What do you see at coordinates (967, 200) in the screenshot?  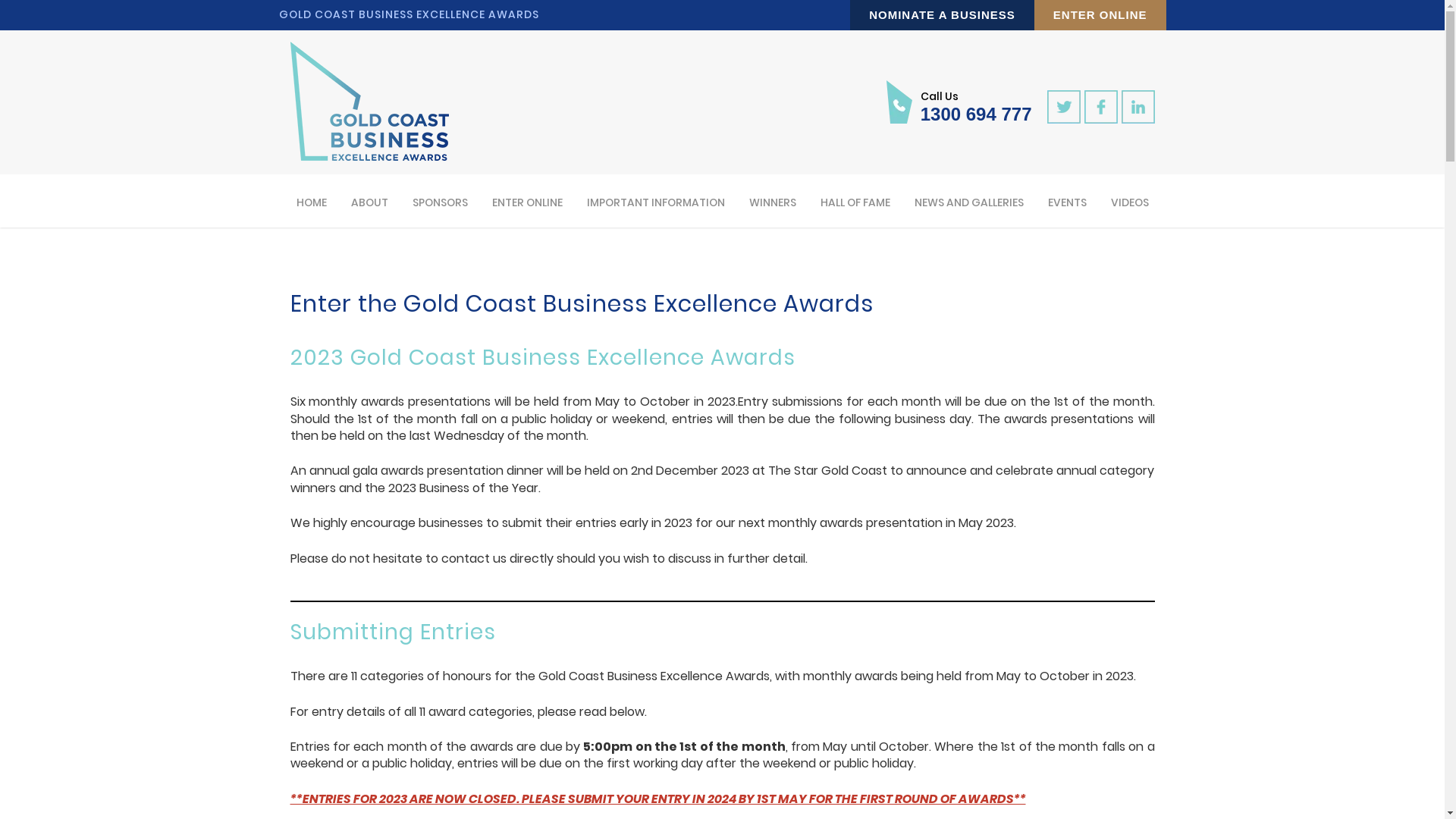 I see `'NEWS AND GALLERIES'` at bounding box center [967, 200].